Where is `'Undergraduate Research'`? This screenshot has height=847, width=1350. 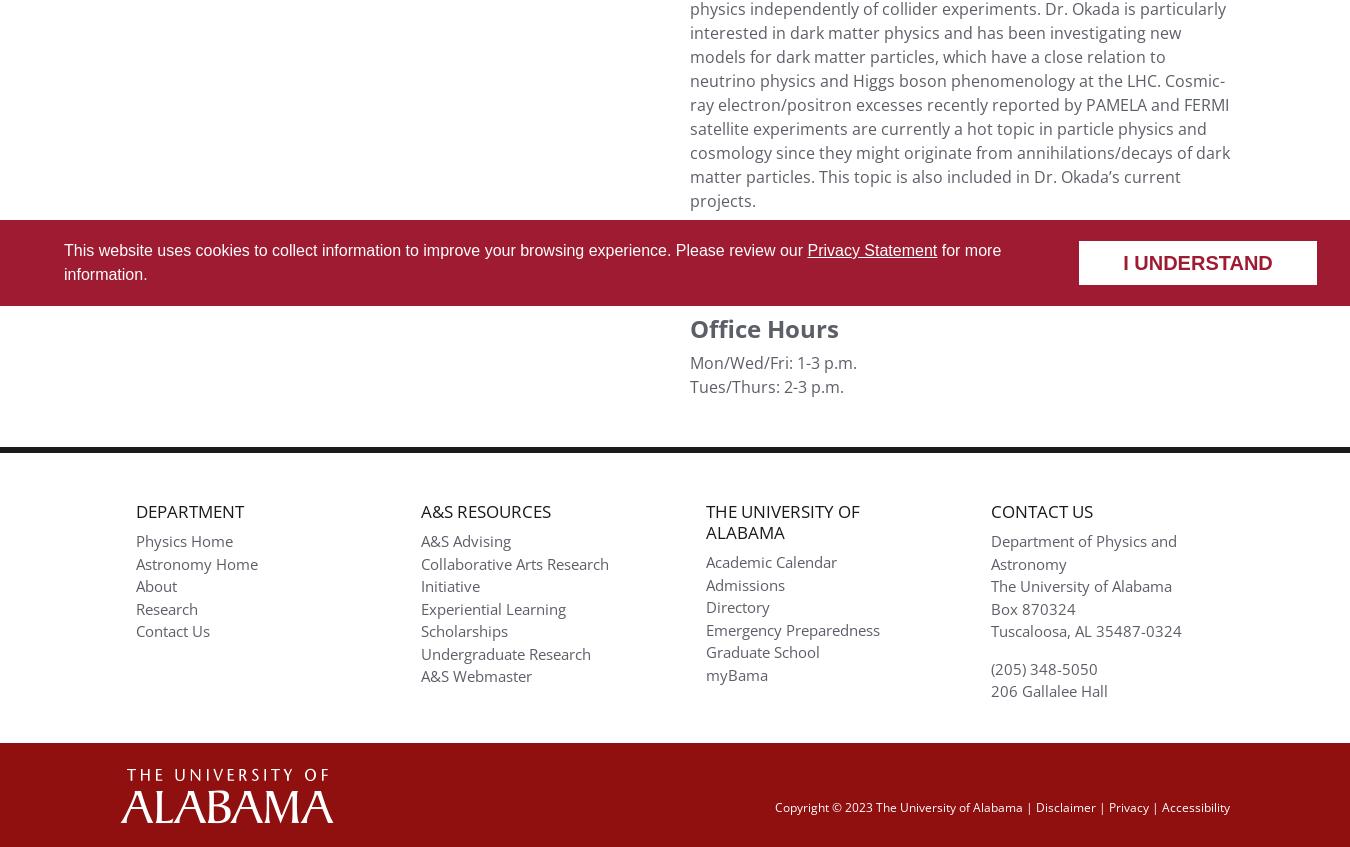
'Undergraduate Research' is located at coordinates (504, 652).